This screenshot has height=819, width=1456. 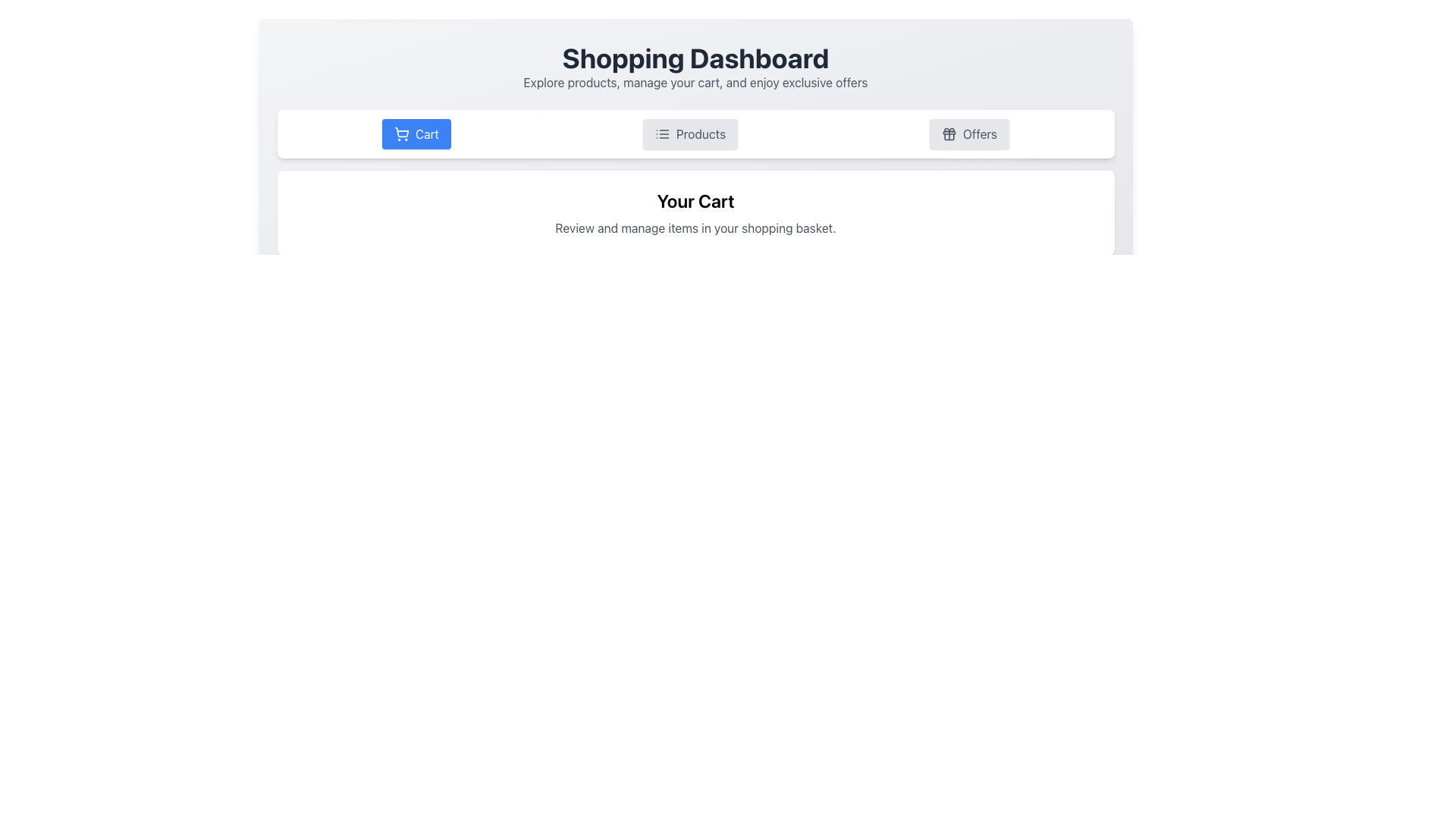 I want to click on the 'Cart' text label displayed in white font on a blue rounded button, which is part of the navigational section near the top of the interface, so click(x=426, y=133).